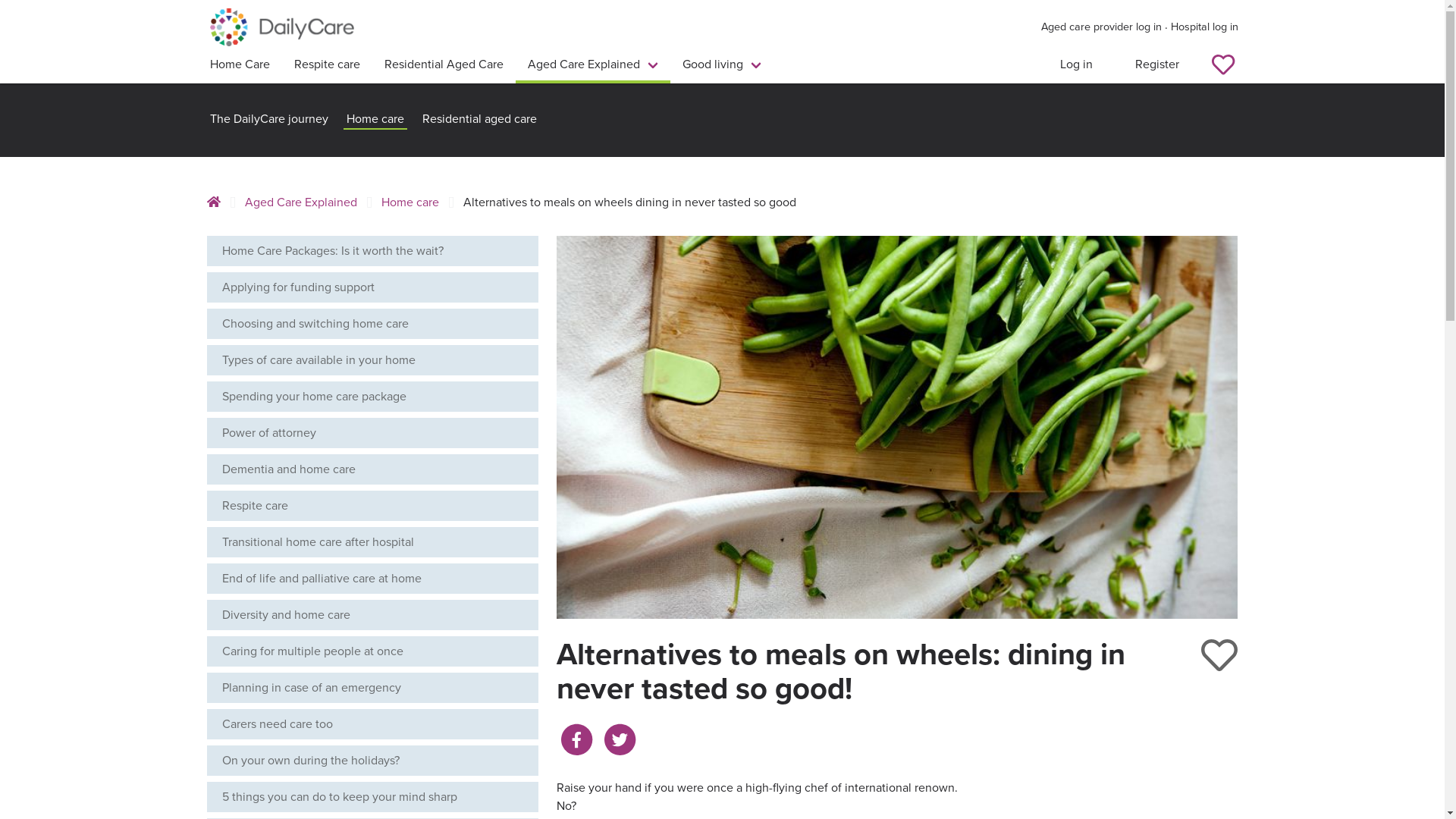  What do you see at coordinates (371, 65) in the screenshot?
I see `'Residential Aged Care'` at bounding box center [371, 65].